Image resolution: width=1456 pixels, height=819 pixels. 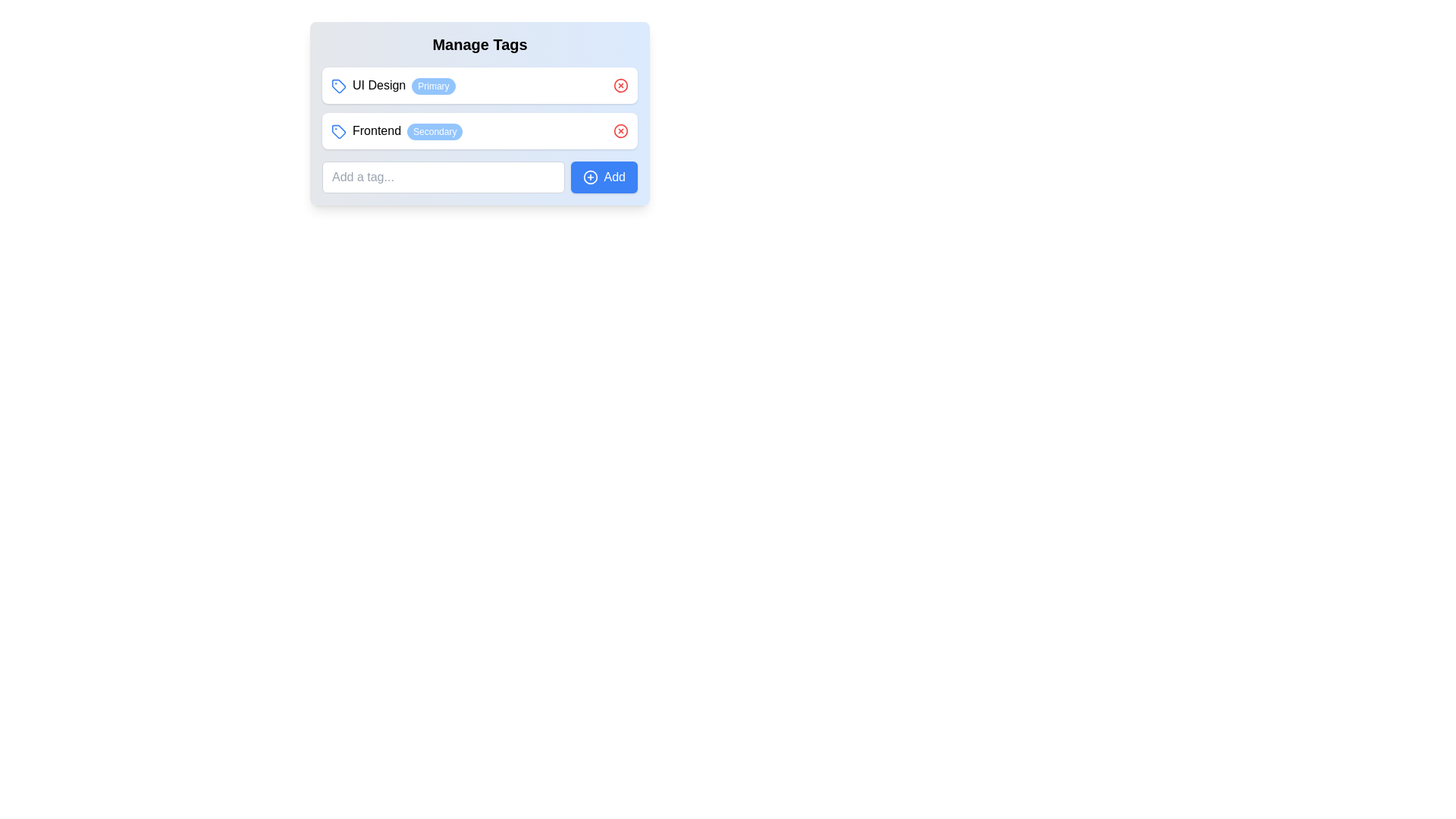 What do you see at coordinates (621, 85) in the screenshot?
I see `the circular icon button located to the right of the text 'Primary'` at bounding box center [621, 85].